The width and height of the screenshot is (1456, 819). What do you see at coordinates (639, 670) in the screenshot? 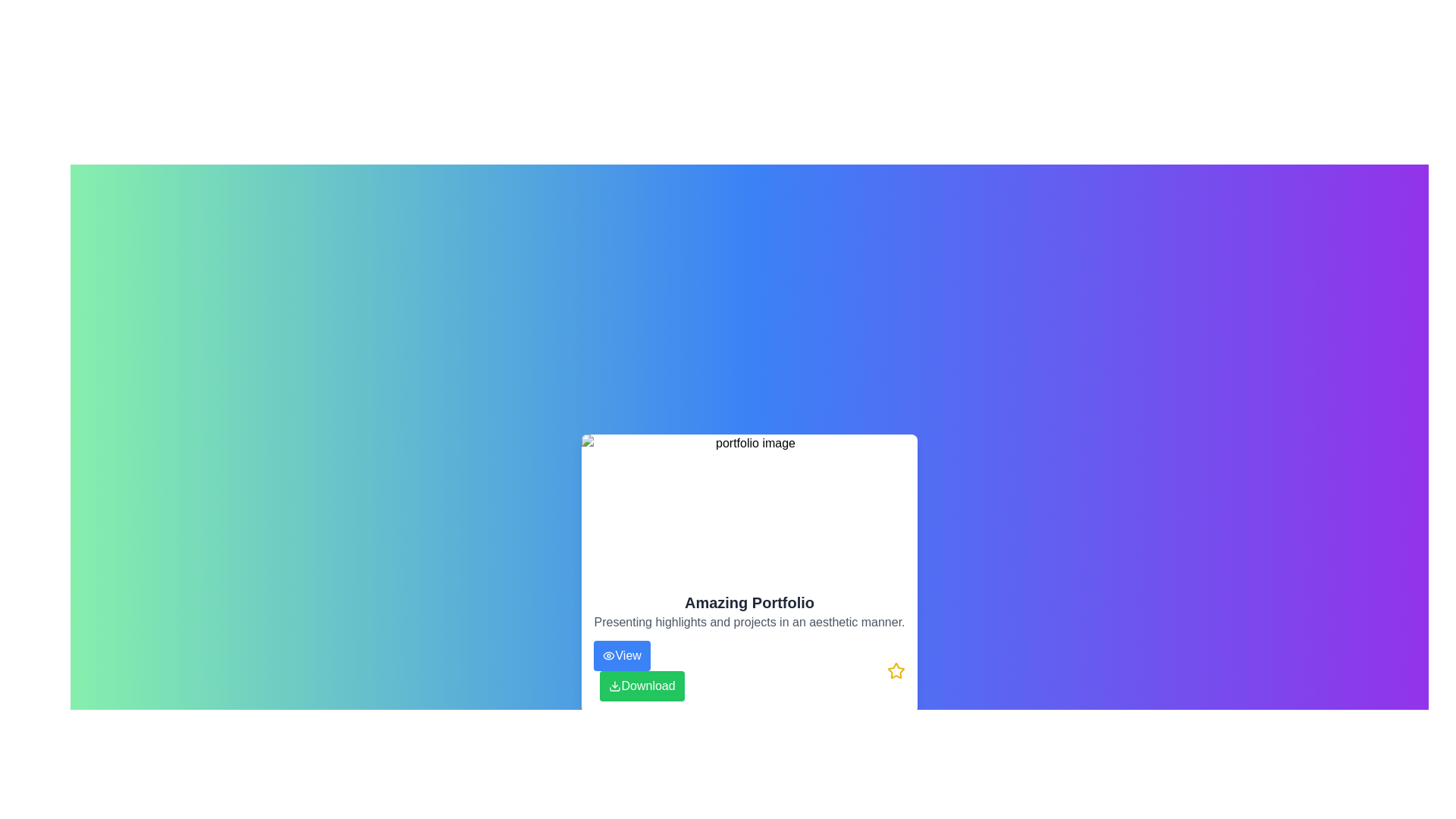
I see `the green 'Download' button with rounded corners located below the blue 'View' button` at bounding box center [639, 670].